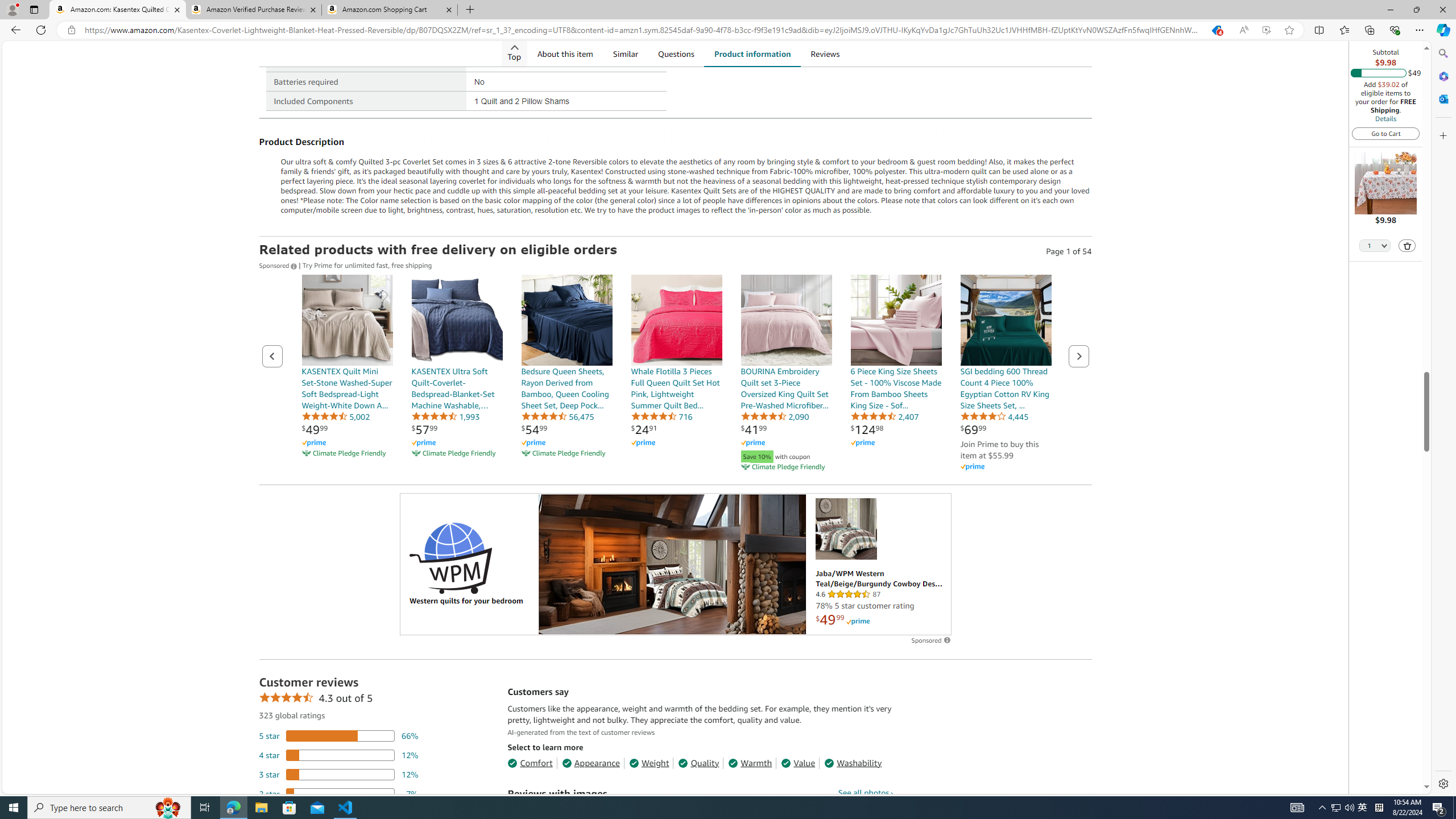 The image size is (1456, 819). I want to click on '56,475', so click(557, 416).